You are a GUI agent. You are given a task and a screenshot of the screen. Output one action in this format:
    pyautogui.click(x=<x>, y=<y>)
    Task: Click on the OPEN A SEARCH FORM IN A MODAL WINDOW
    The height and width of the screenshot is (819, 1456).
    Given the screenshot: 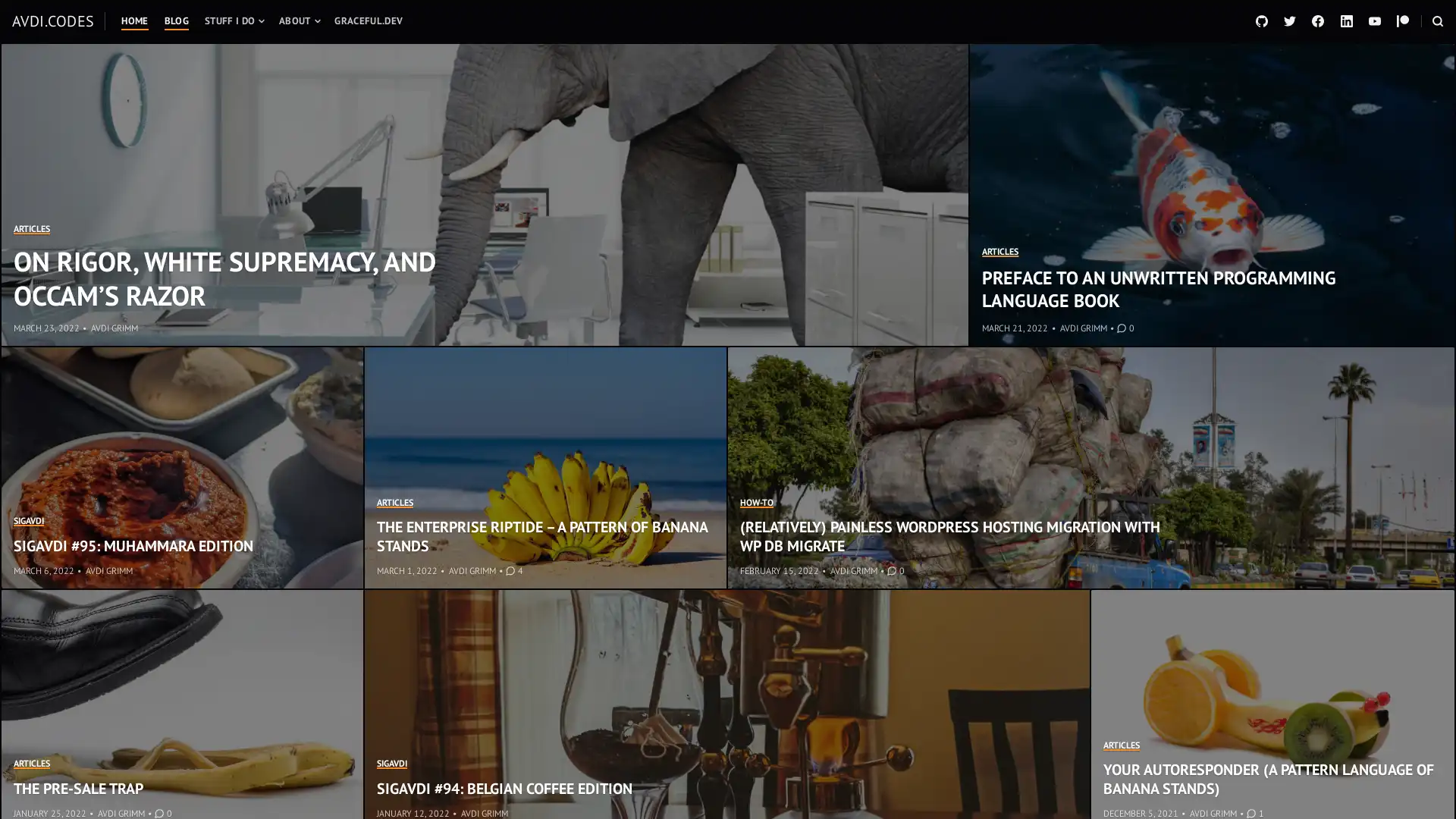 What is the action you would take?
    pyautogui.click(x=1437, y=20)
    